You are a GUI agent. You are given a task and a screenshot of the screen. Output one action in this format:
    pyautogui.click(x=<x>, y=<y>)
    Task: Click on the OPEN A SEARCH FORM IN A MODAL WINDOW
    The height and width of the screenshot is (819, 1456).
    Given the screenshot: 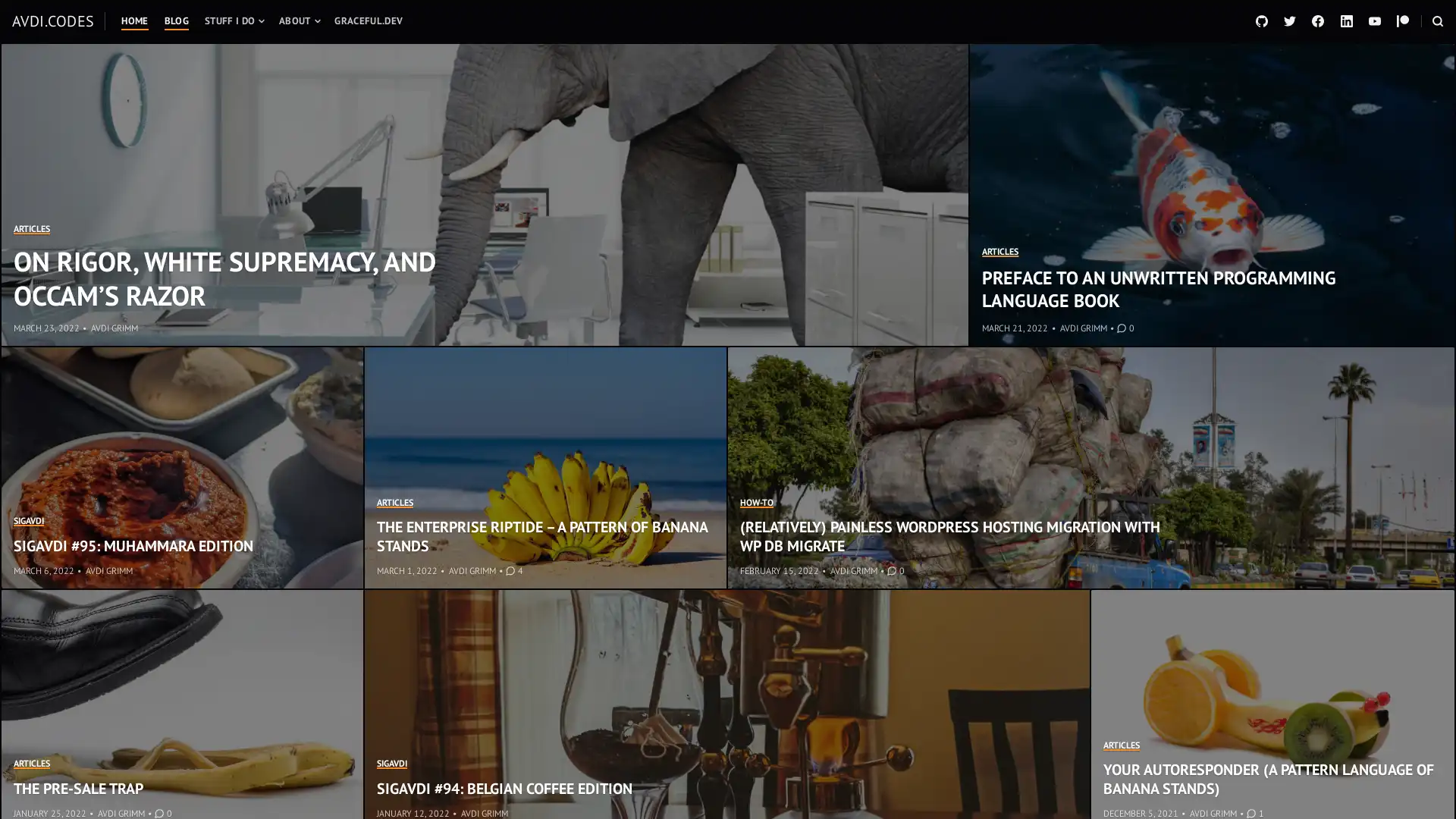 What is the action you would take?
    pyautogui.click(x=1437, y=20)
    